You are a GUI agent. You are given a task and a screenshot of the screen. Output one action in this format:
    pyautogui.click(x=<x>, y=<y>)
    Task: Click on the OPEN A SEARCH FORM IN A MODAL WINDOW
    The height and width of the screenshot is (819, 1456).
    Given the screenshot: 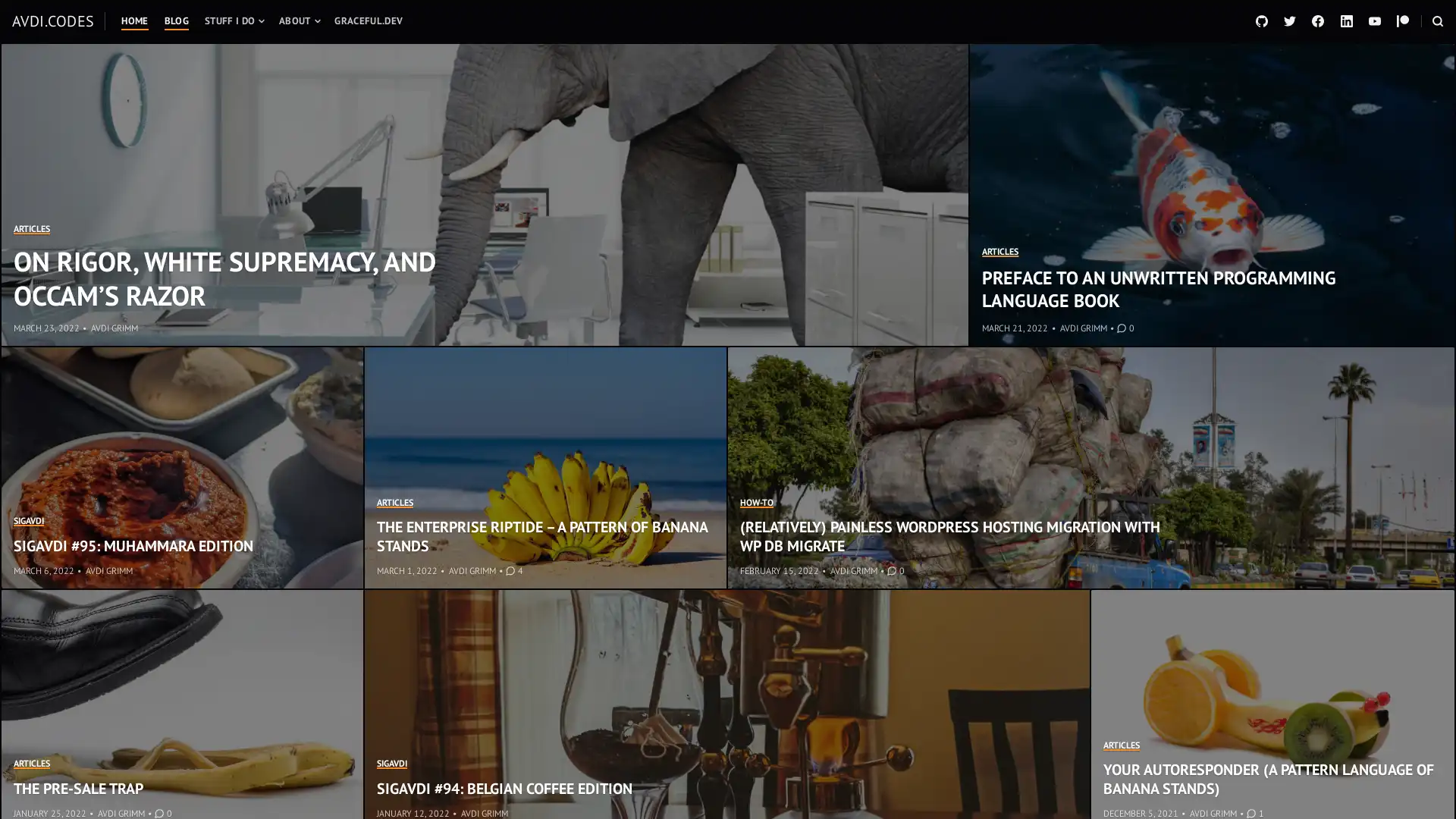 What is the action you would take?
    pyautogui.click(x=1437, y=20)
    